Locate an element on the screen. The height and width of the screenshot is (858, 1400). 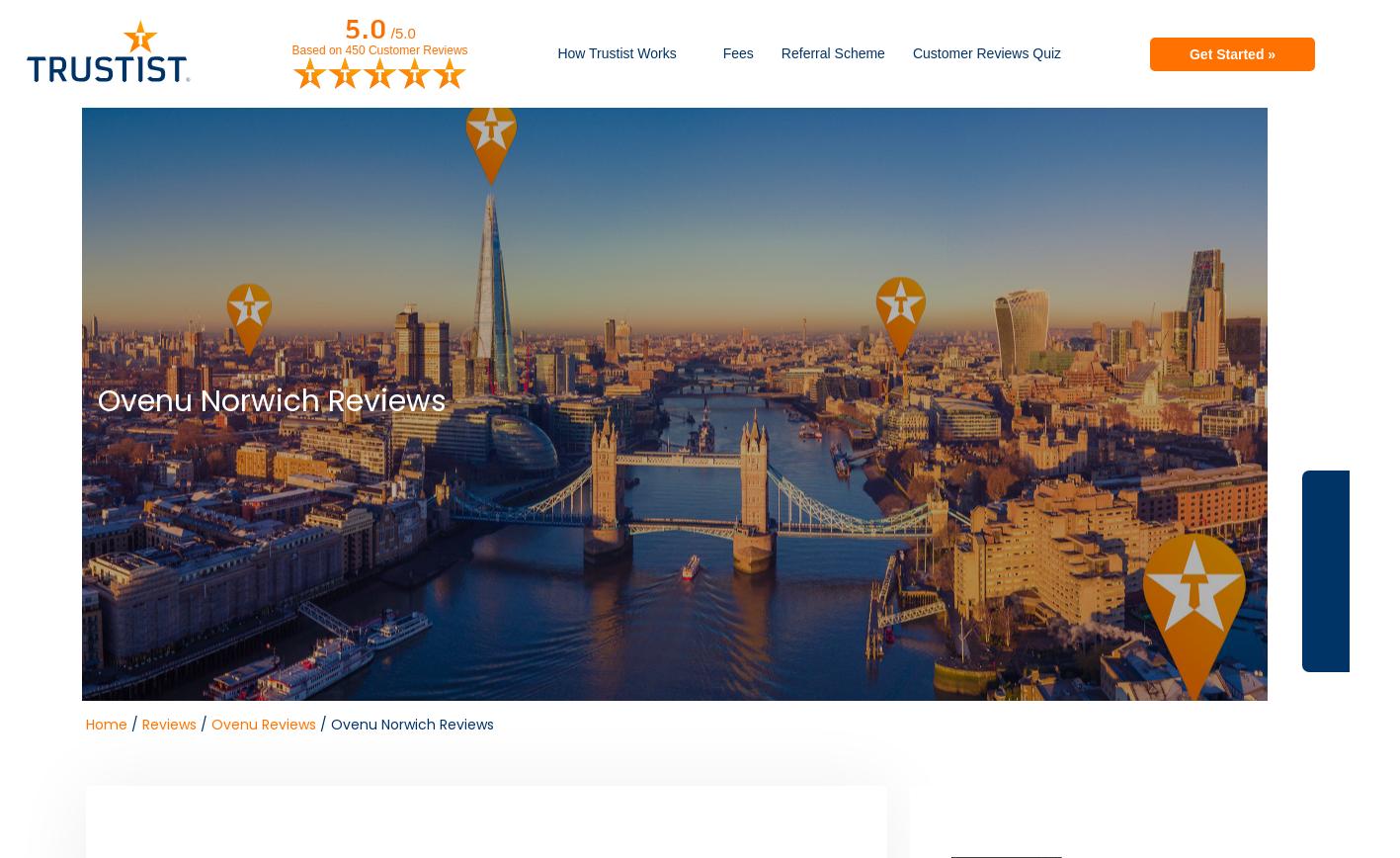
'/ Ovenu Norwich Reviews' is located at coordinates (404, 725).